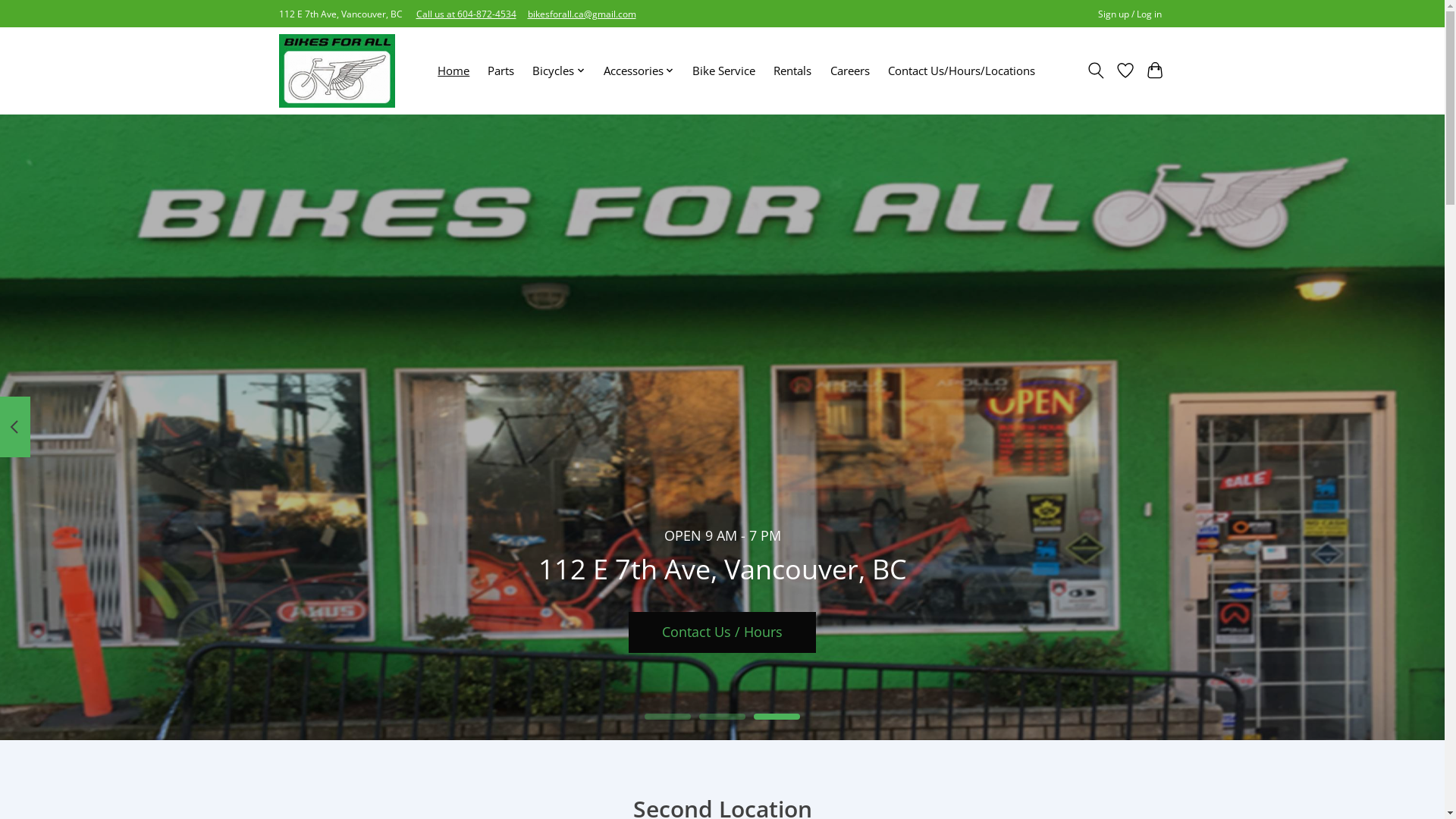 The height and width of the screenshot is (819, 1456). What do you see at coordinates (723, 71) in the screenshot?
I see `'Bike Service'` at bounding box center [723, 71].